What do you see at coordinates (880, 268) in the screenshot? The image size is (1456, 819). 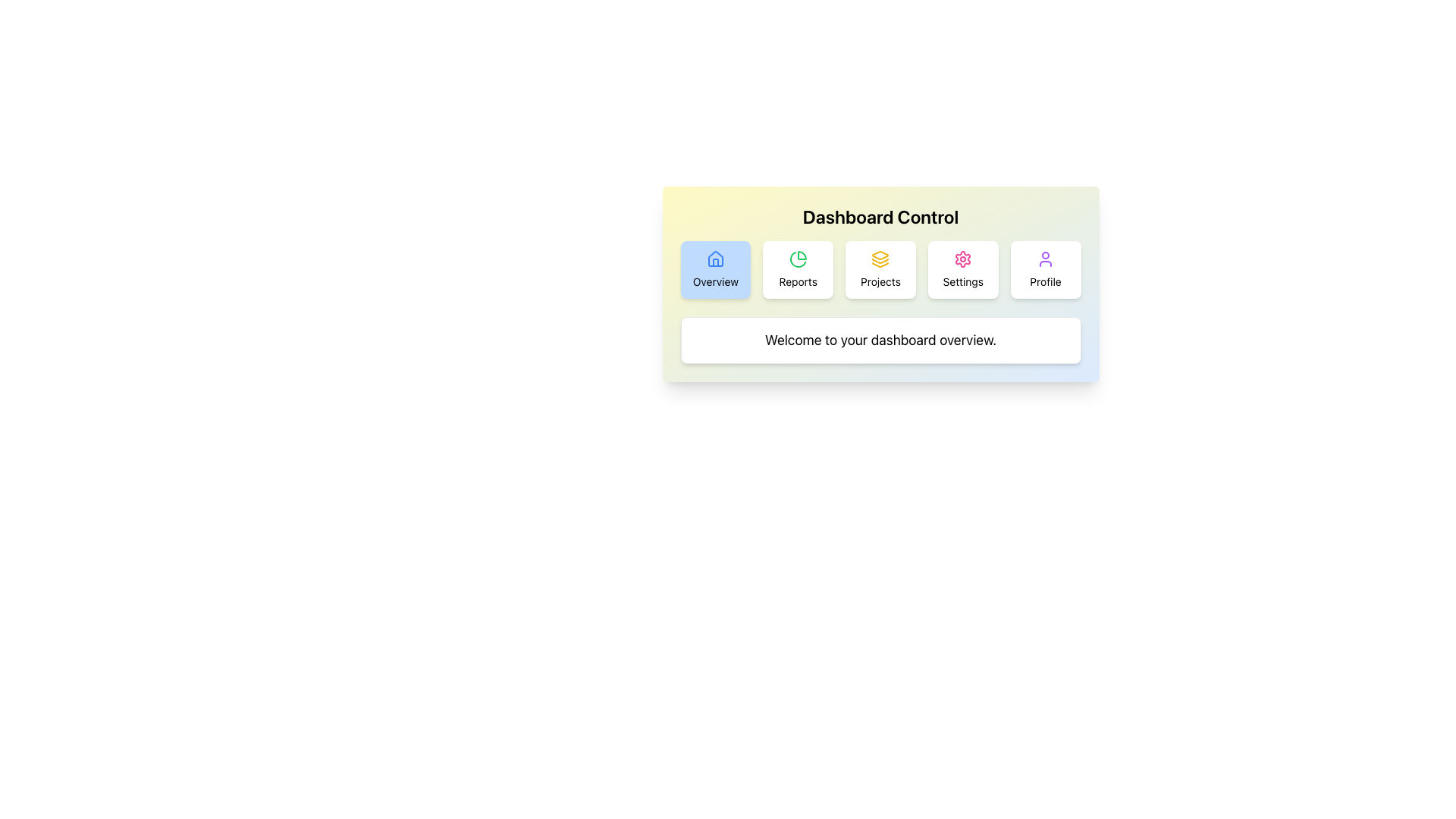 I see `the third Navigation Button labeled 'Projects' in the grid layout` at bounding box center [880, 268].